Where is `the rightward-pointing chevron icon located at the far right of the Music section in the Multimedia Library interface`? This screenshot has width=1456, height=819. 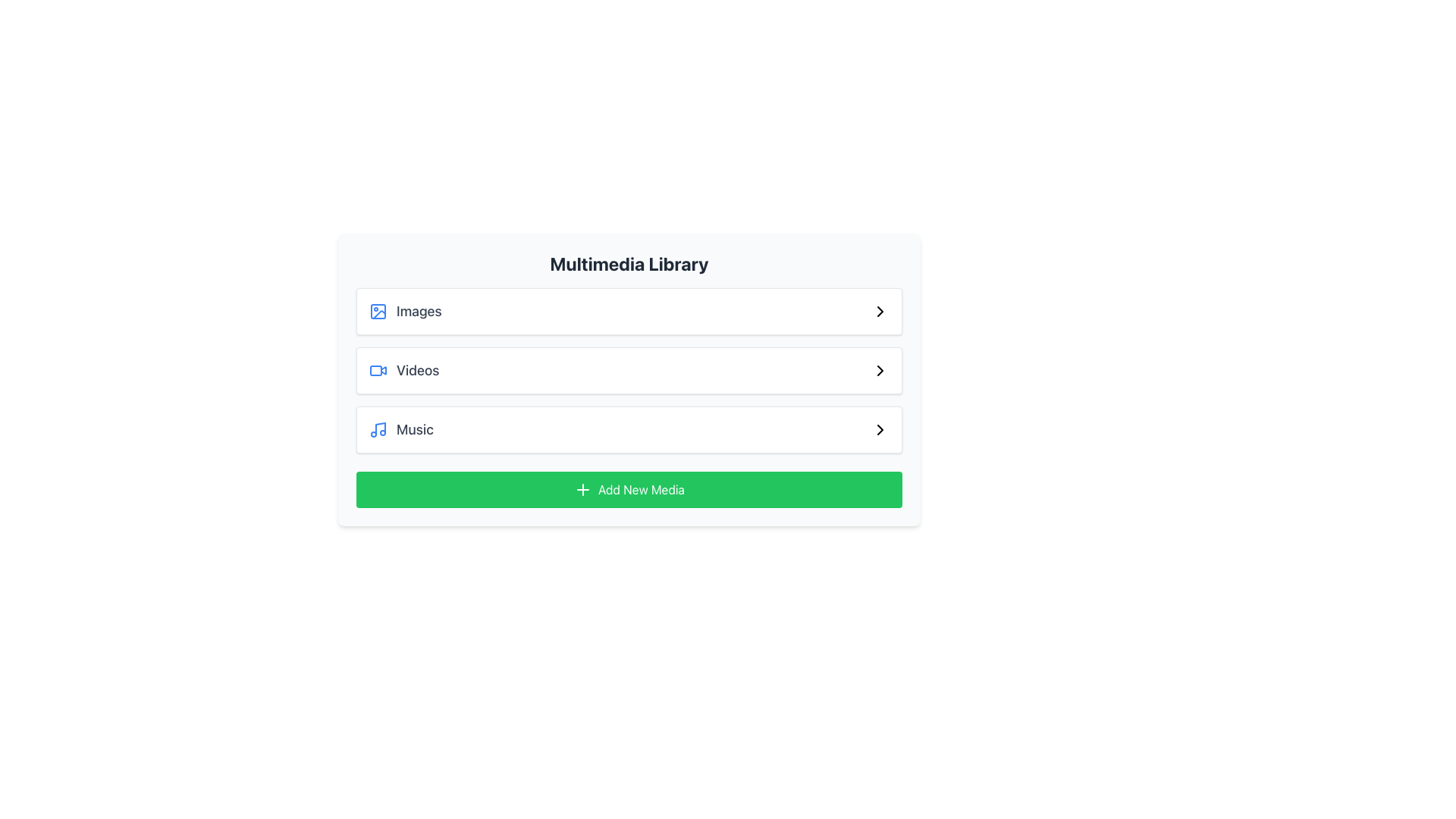
the rightward-pointing chevron icon located at the far right of the Music section in the Multimedia Library interface is located at coordinates (880, 430).